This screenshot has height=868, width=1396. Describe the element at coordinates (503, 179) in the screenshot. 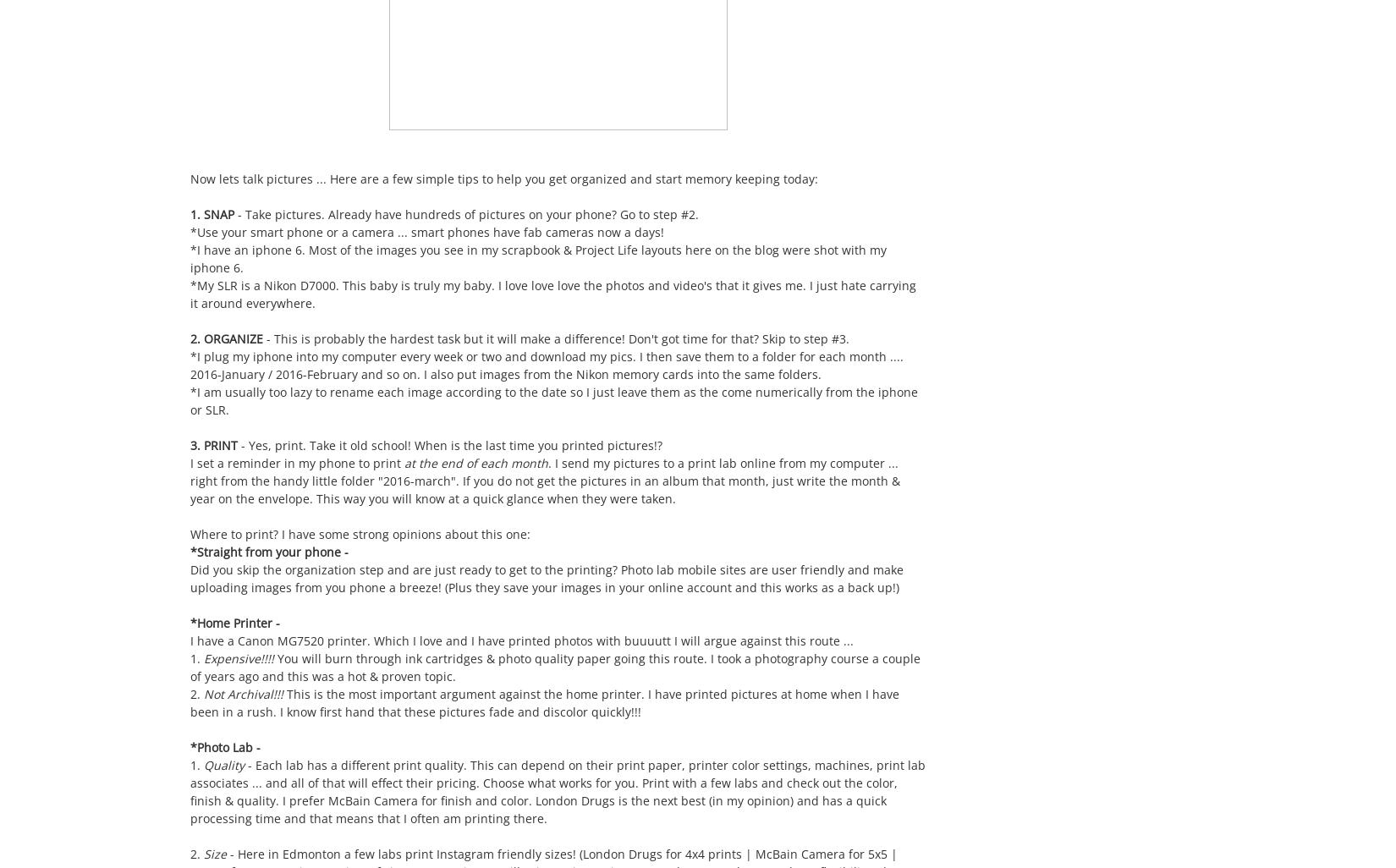

I see `'Now lets talk pictures ... Here are a few simple tips to help you get organized and start memory keeping today:'` at that location.